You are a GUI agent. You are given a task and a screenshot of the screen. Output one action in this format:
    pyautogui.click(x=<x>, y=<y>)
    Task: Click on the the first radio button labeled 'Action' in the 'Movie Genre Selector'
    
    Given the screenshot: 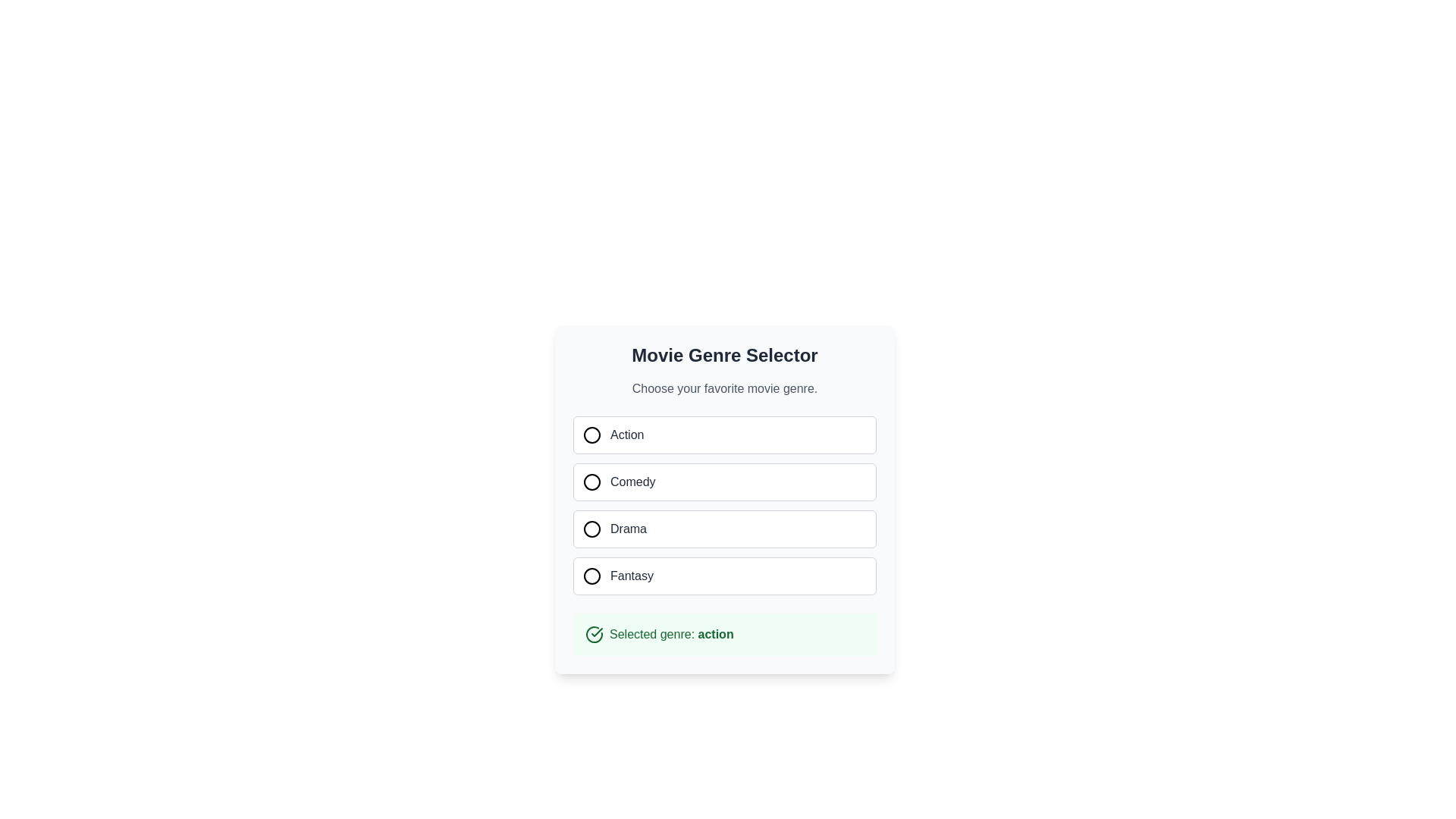 What is the action you would take?
    pyautogui.click(x=723, y=435)
    